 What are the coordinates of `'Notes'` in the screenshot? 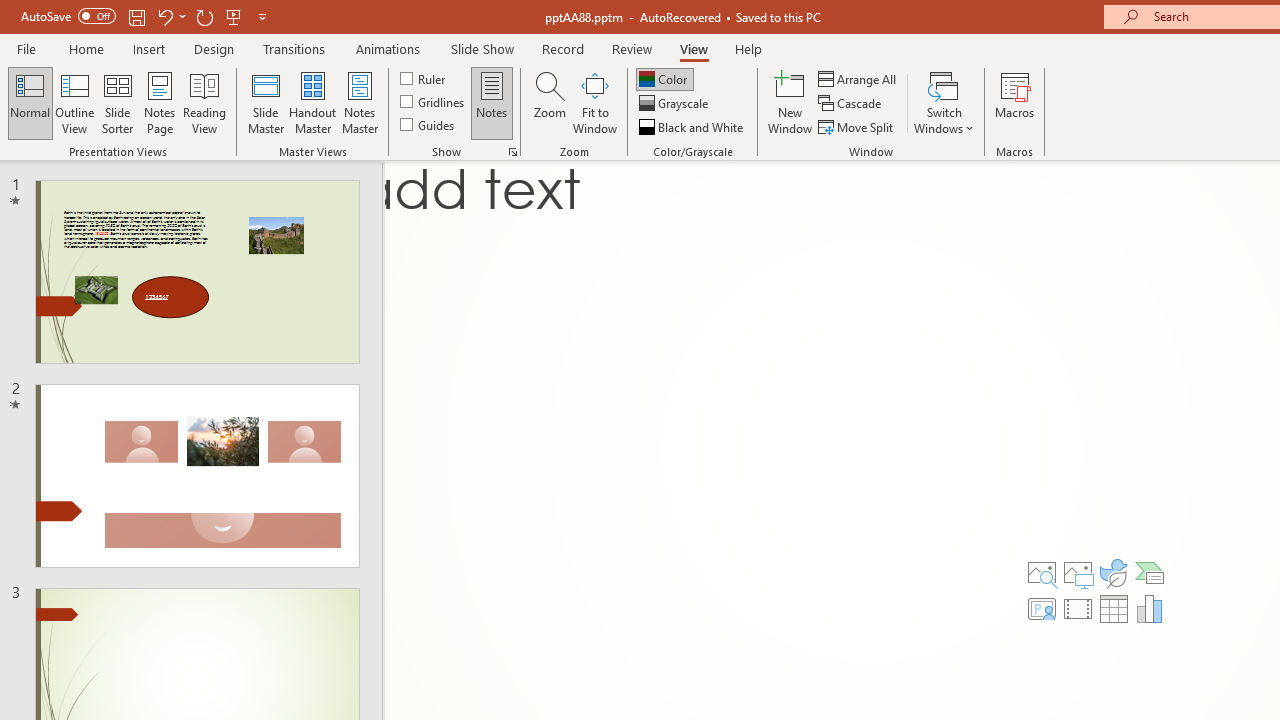 It's located at (492, 103).